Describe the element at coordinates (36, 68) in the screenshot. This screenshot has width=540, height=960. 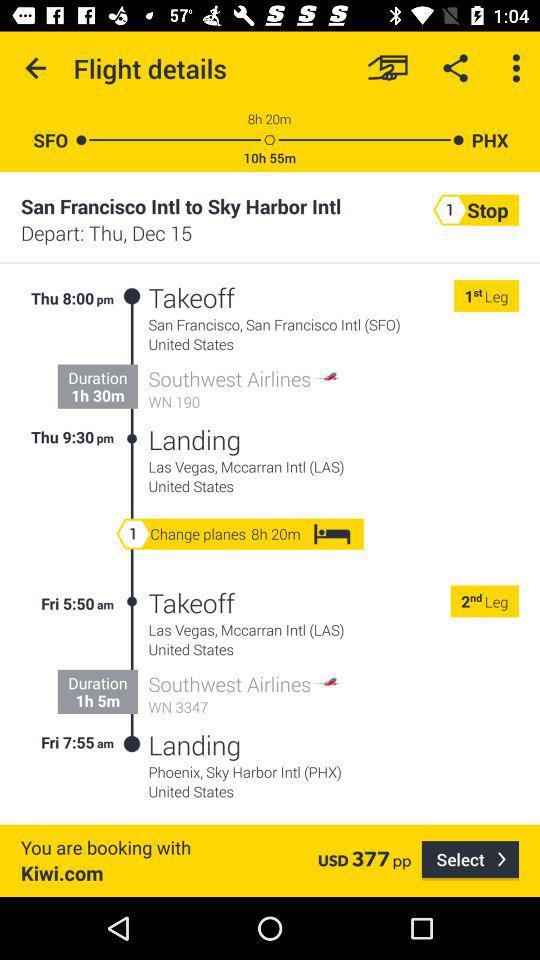
I see `icon to the left of flight details item` at that location.